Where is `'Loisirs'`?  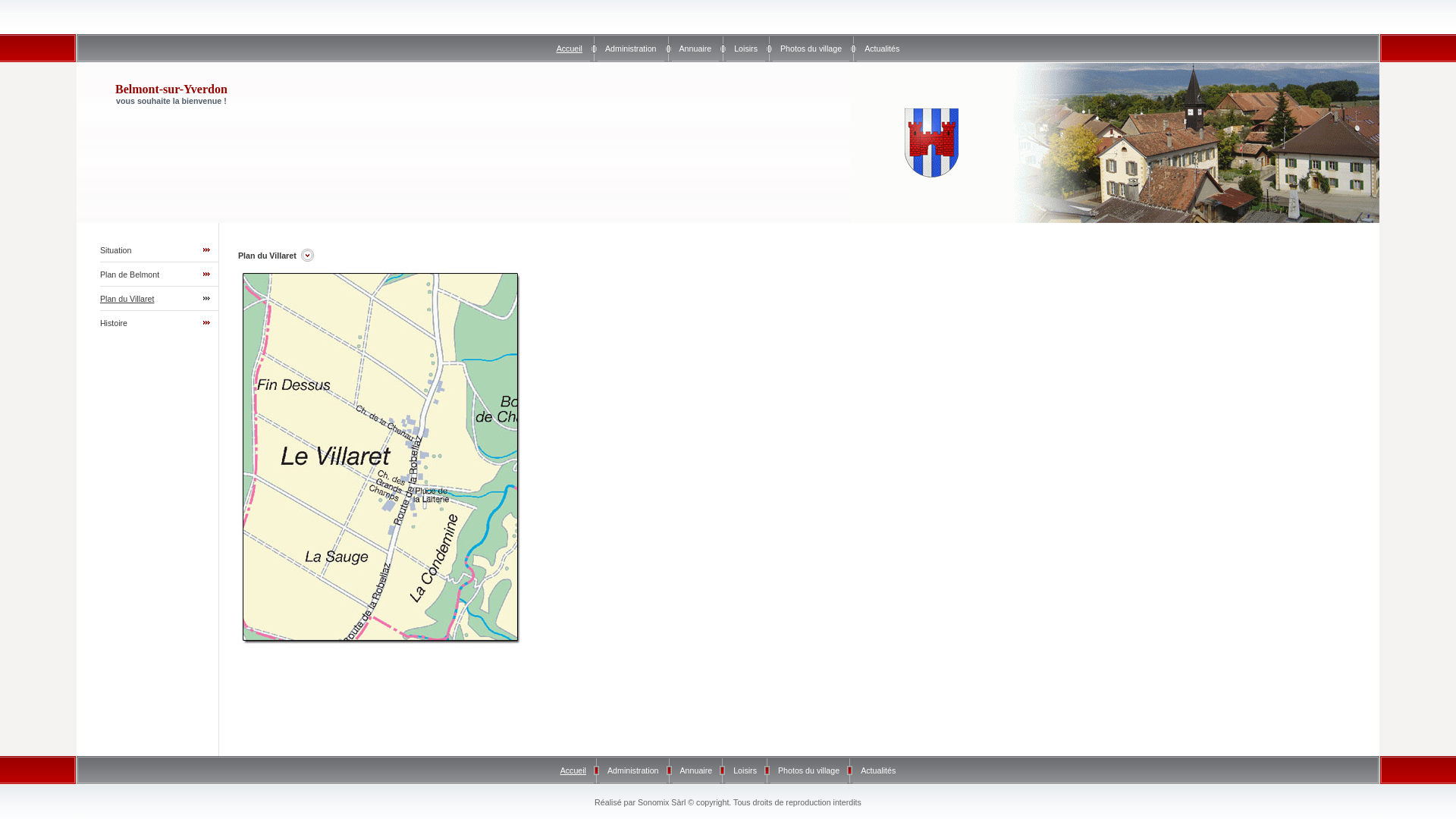 'Loisirs' is located at coordinates (745, 770).